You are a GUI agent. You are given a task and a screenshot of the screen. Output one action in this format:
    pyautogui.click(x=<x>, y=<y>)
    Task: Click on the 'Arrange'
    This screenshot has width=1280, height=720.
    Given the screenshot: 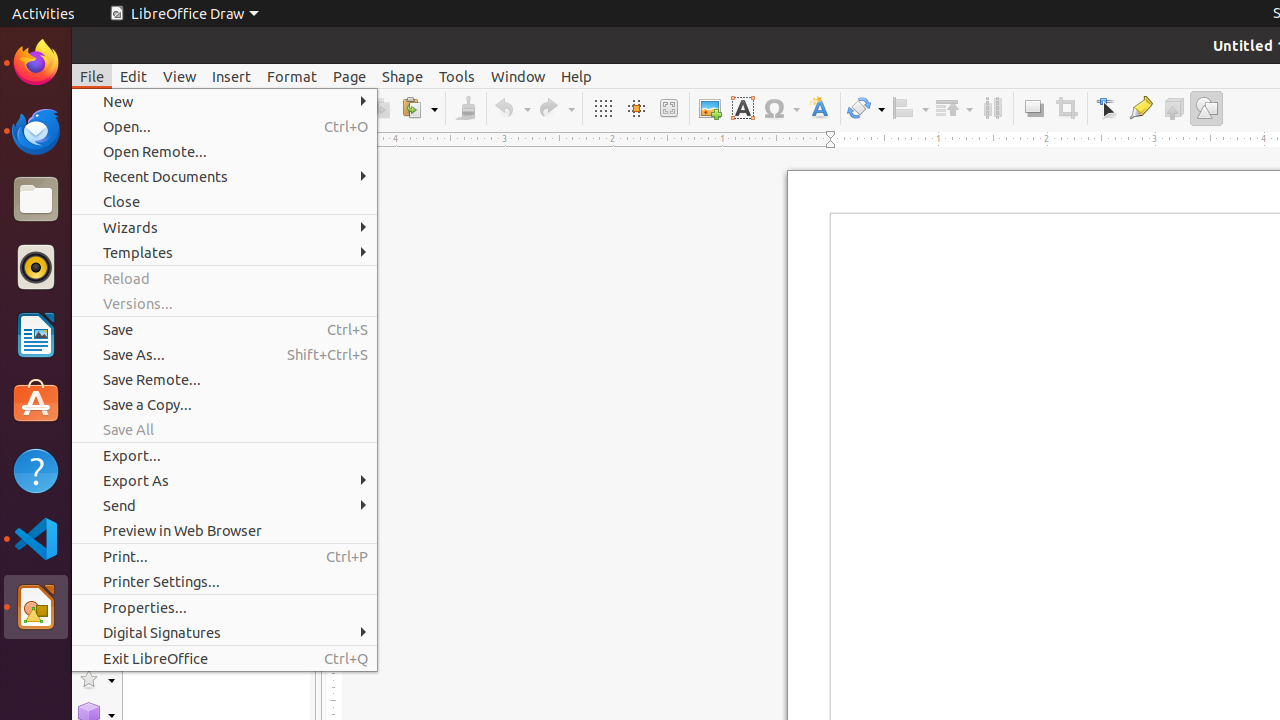 What is the action you would take?
    pyautogui.click(x=952, y=108)
    